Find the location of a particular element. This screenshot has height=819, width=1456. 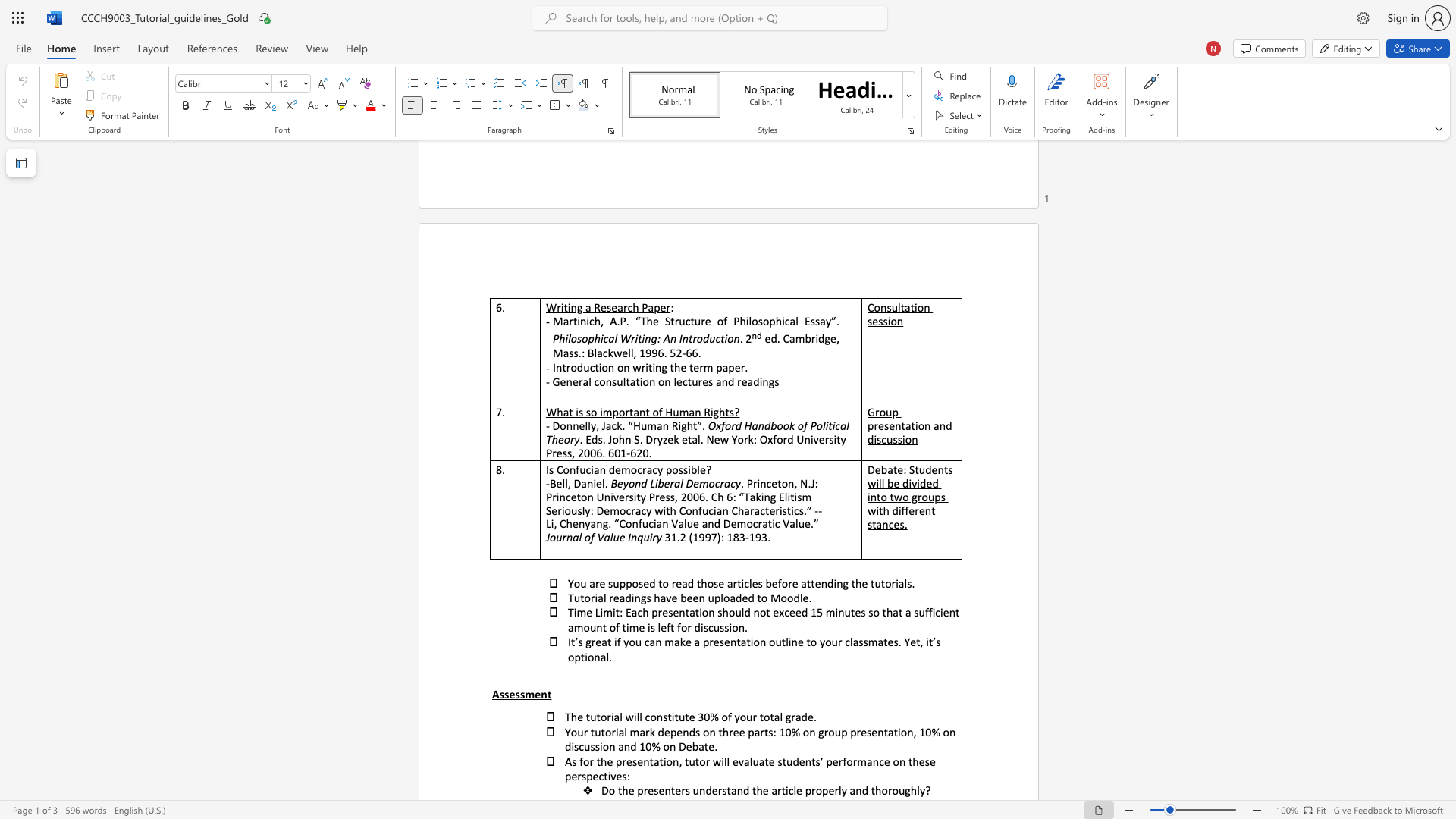

the subset text "al wil" within the text "The tutorial will constitute 30% of your total grade." is located at coordinates (613, 717).